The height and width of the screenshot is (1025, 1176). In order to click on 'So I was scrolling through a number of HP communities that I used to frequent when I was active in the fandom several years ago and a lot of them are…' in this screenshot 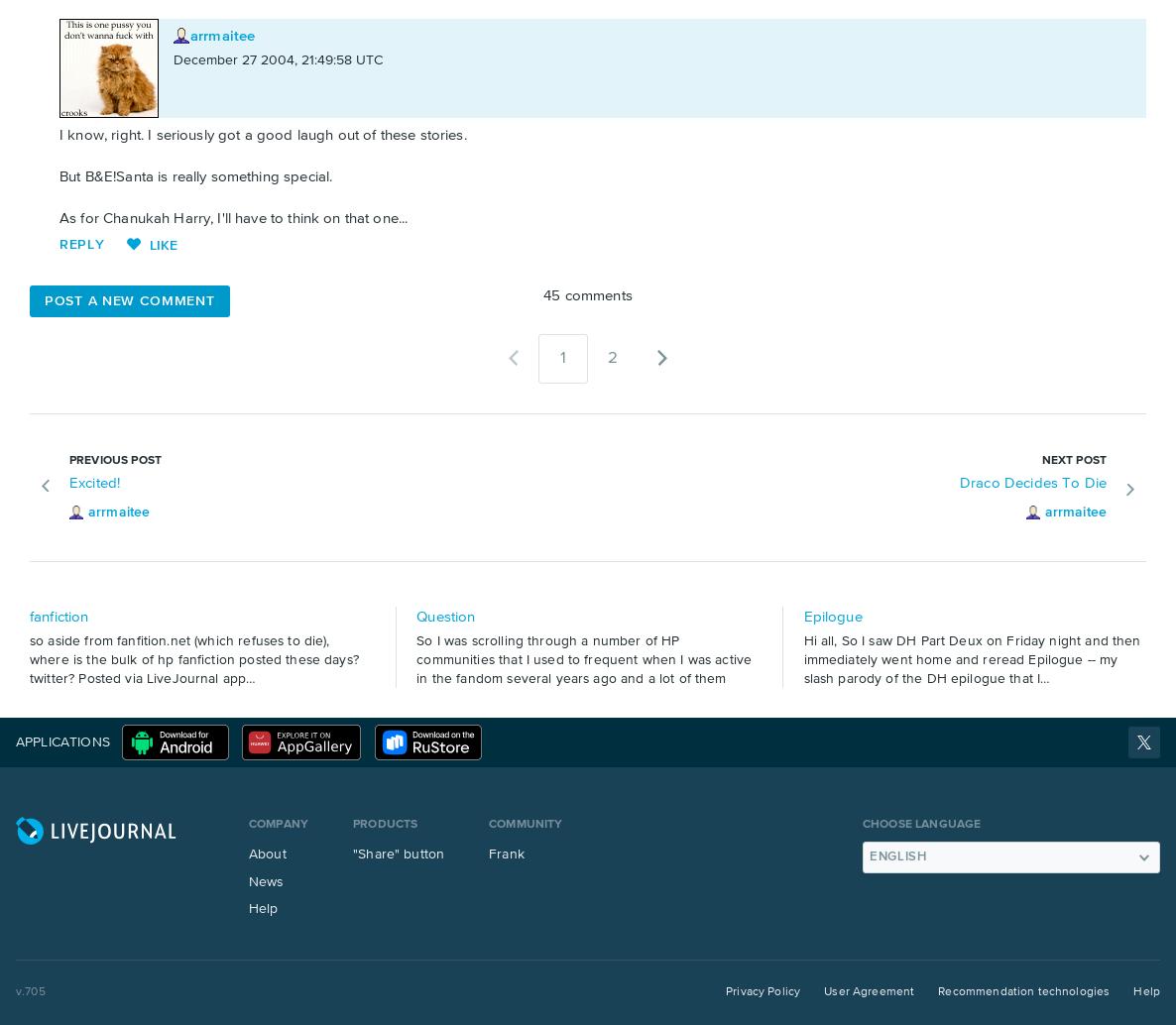, I will do `click(583, 668)`.